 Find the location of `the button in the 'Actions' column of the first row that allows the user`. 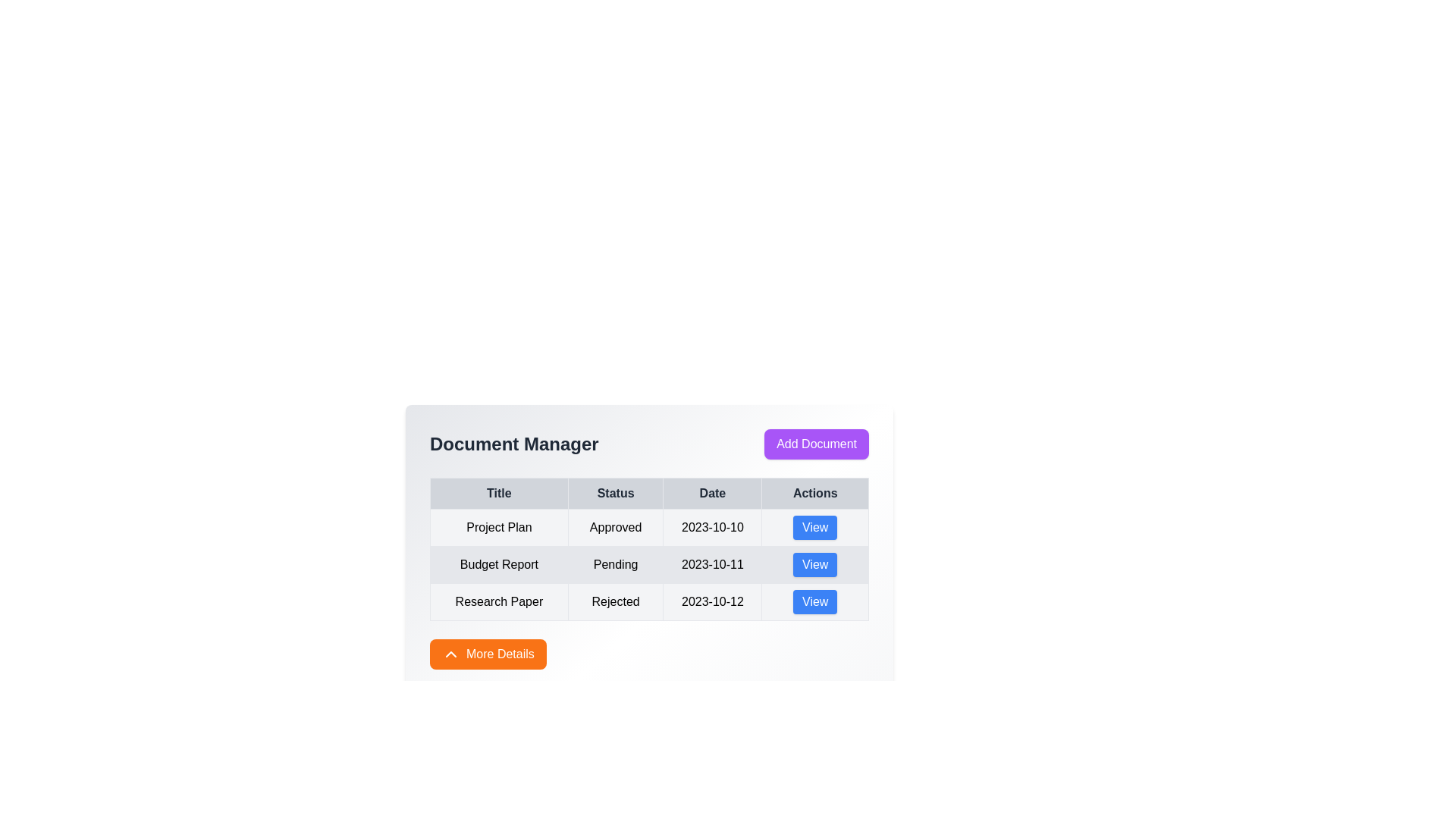

the button in the 'Actions' column of the first row that allows the user is located at coordinates (814, 526).